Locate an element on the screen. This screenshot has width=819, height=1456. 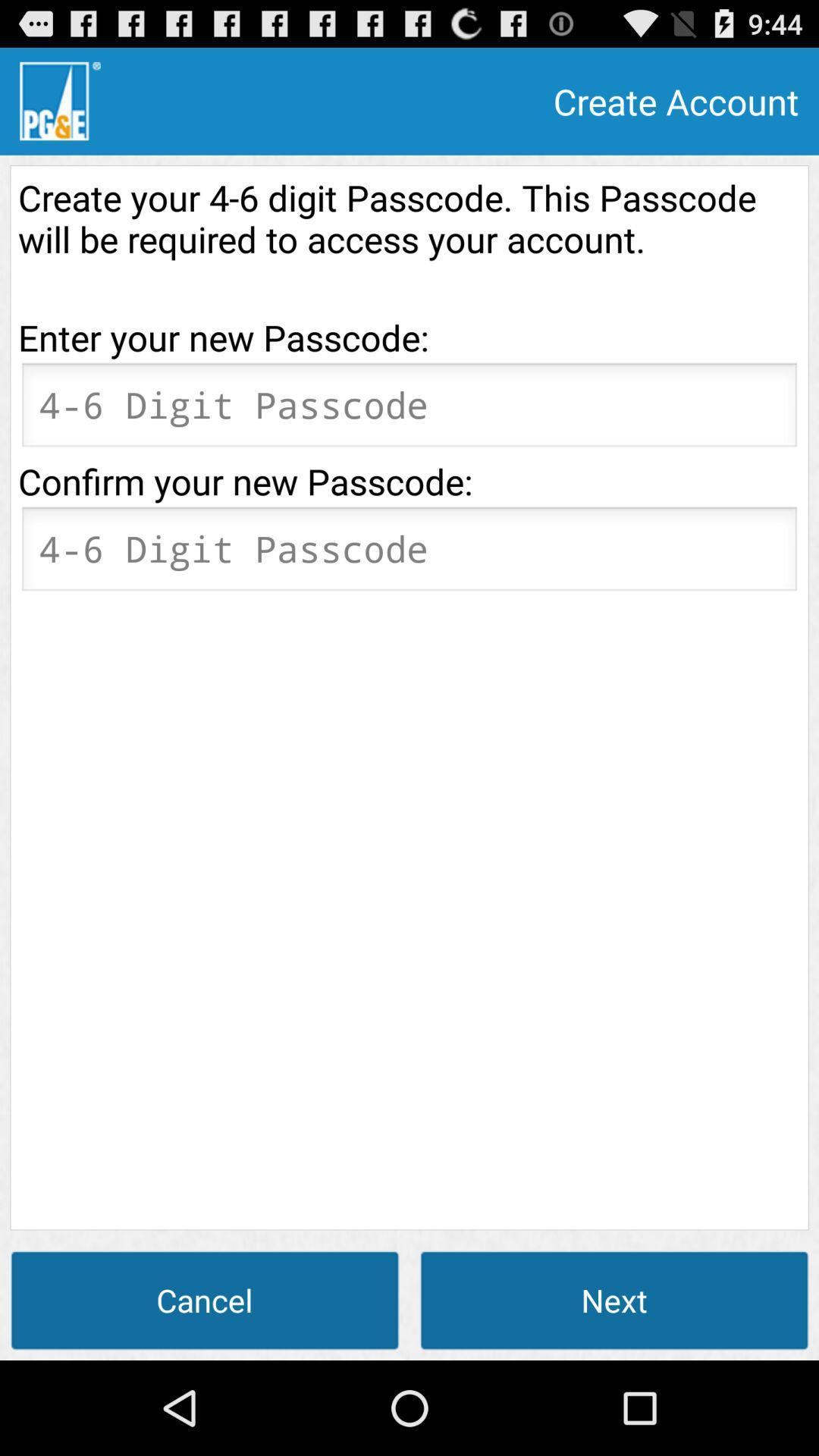
the cancel item is located at coordinates (205, 1299).